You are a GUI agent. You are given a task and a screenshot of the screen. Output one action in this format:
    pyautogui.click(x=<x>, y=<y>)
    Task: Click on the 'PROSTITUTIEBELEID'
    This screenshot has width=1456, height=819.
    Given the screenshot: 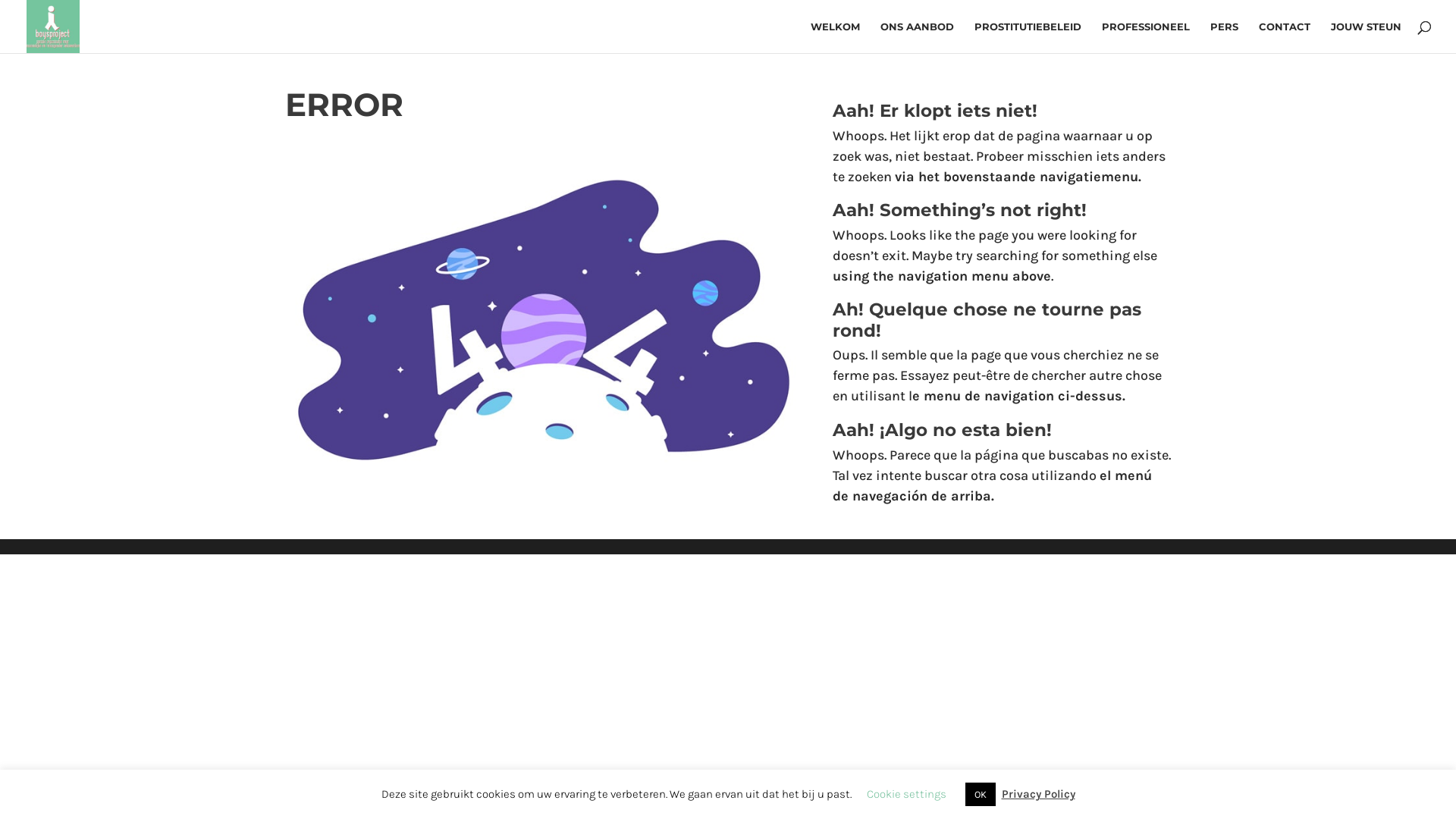 What is the action you would take?
    pyautogui.click(x=1028, y=36)
    